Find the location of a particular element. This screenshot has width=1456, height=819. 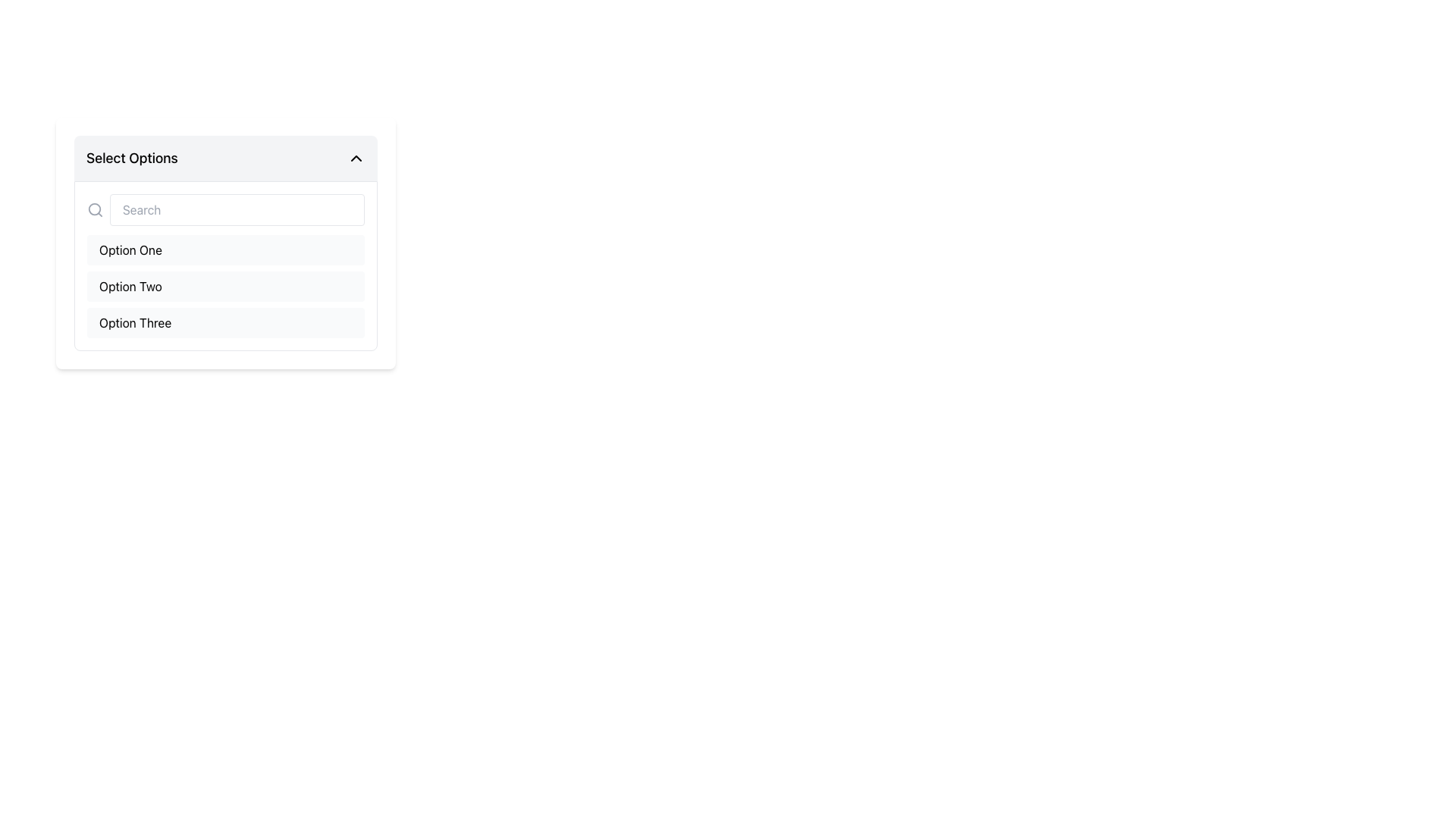

the second item in the dropdown list is located at coordinates (224, 287).